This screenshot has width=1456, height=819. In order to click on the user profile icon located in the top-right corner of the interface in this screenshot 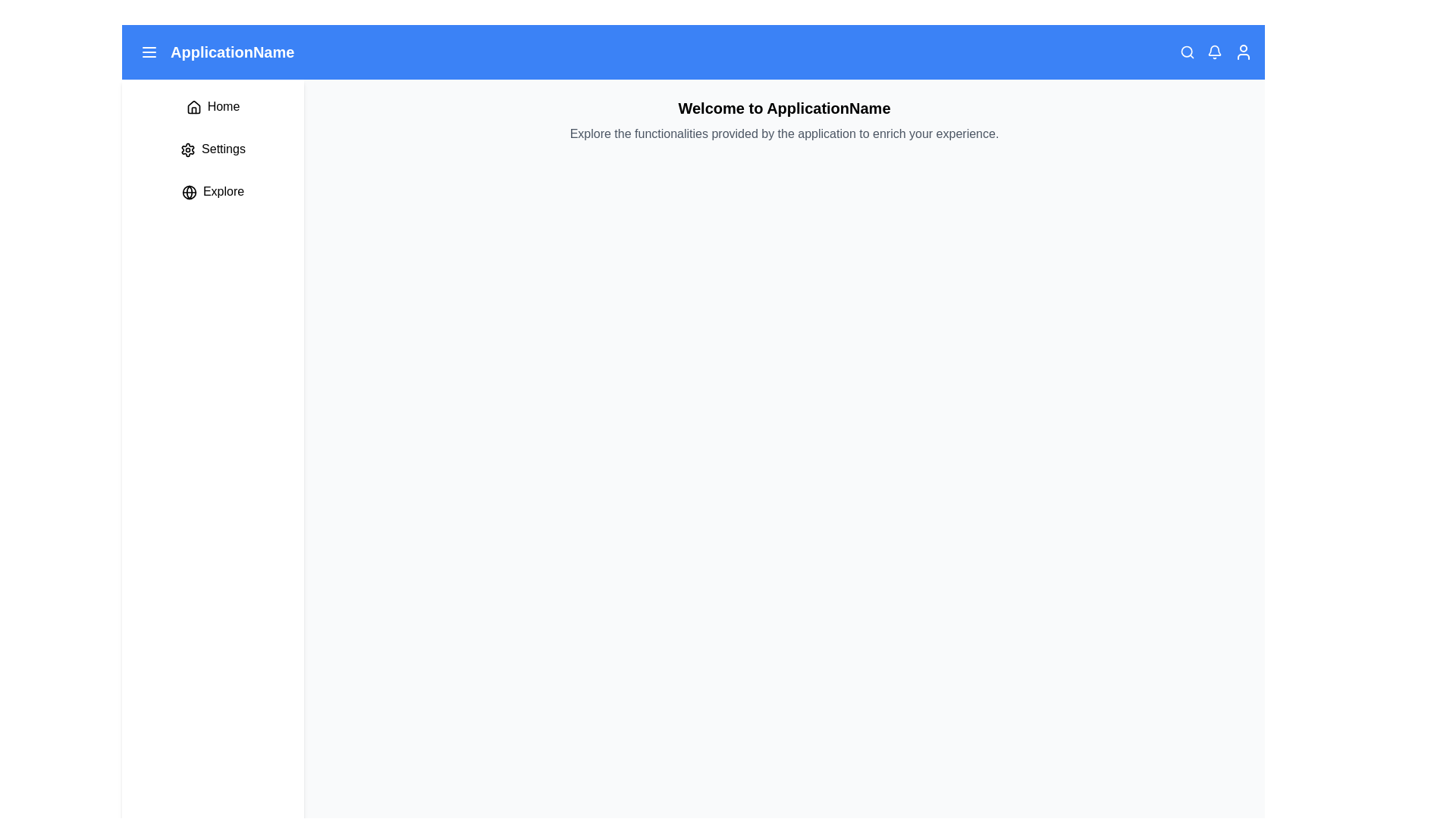, I will do `click(1244, 52)`.